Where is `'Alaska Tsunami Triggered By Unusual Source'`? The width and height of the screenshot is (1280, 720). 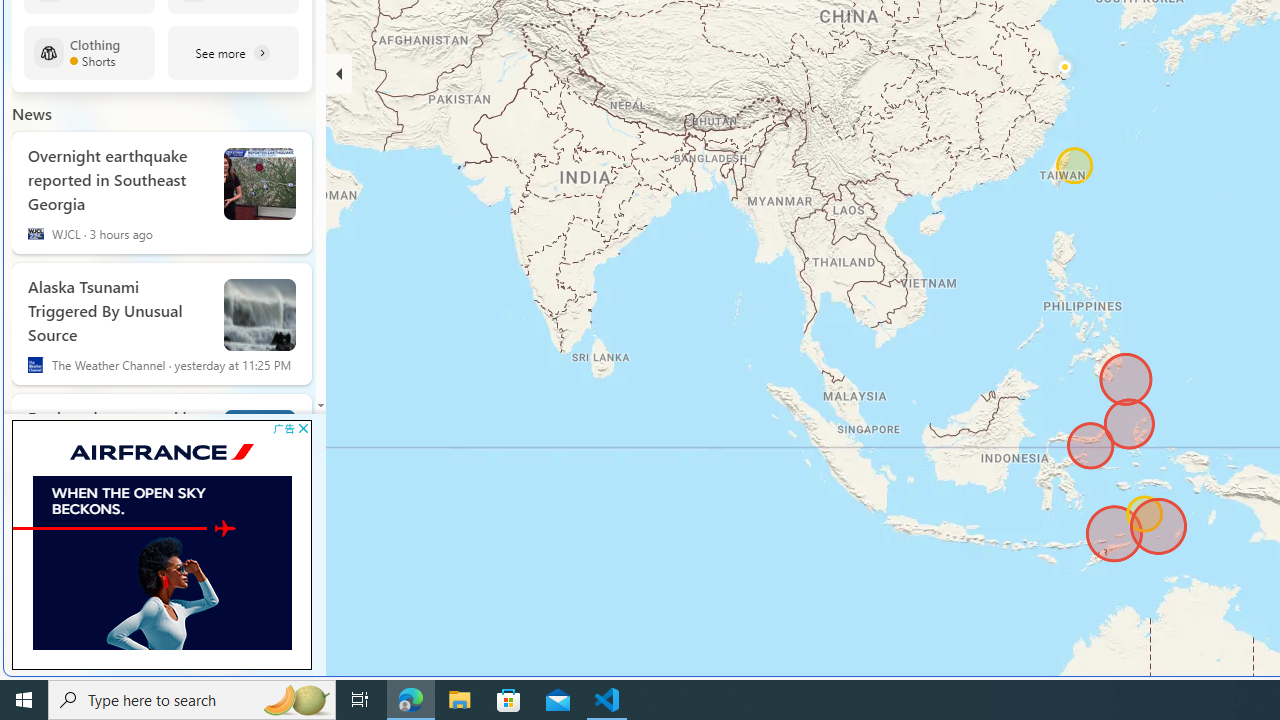
'Alaska Tsunami Triggered By Unusual Source' is located at coordinates (116, 307).